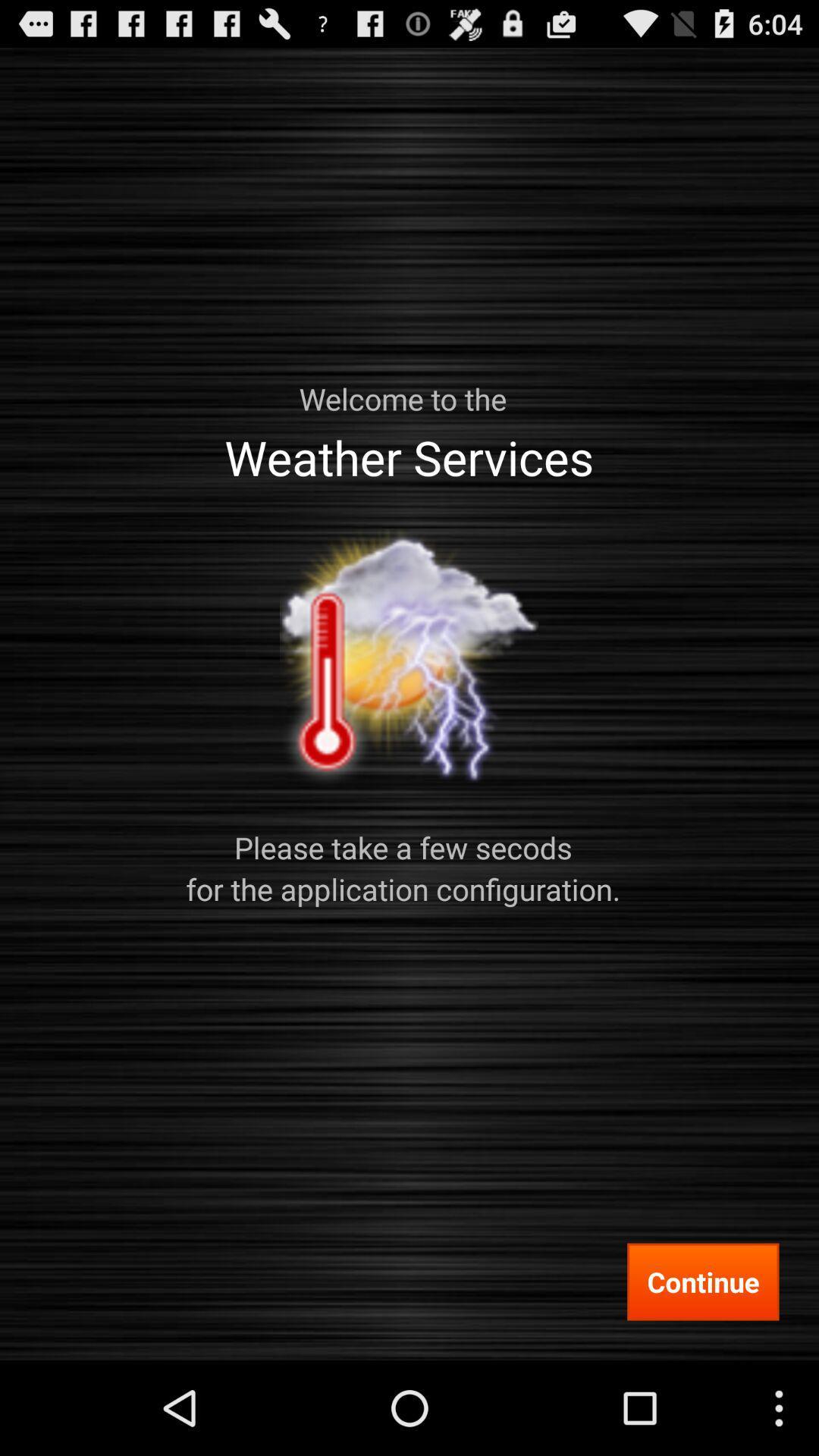  I want to click on the continue at the bottom right corner, so click(703, 1281).